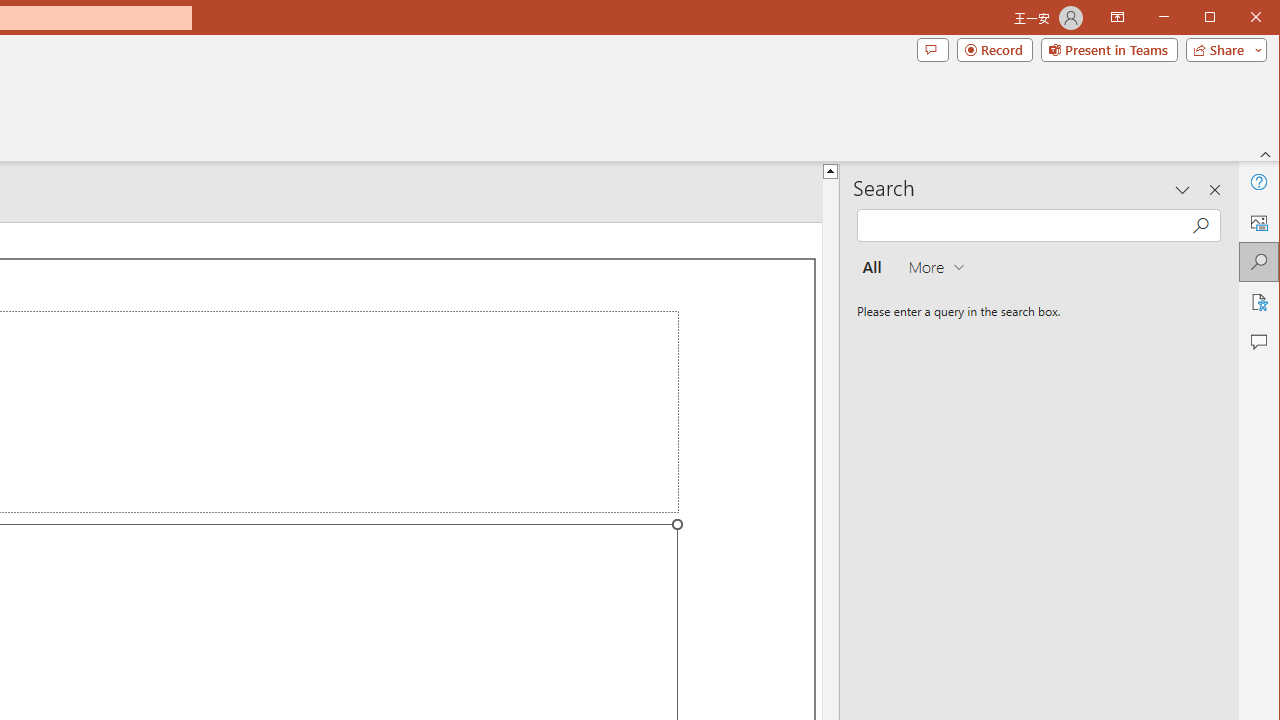 The width and height of the screenshot is (1280, 720). What do you see at coordinates (1260, 19) in the screenshot?
I see `'Close'` at bounding box center [1260, 19].